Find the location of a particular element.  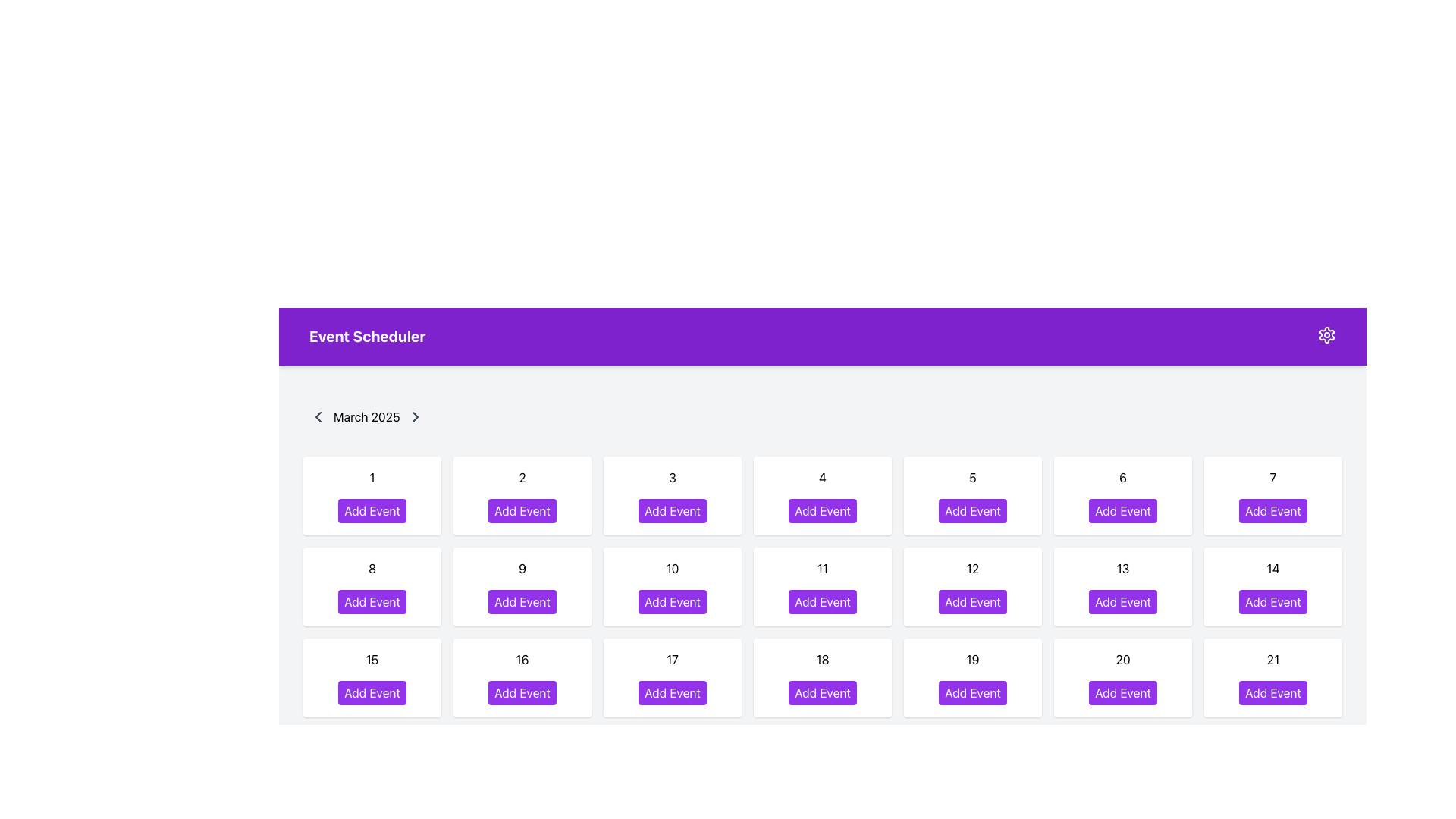

the button located at the top-right corner of the calendar date labeled '7' under the header 'Event Scheduler' to initiate the event creation process is located at coordinates (1273, 511).